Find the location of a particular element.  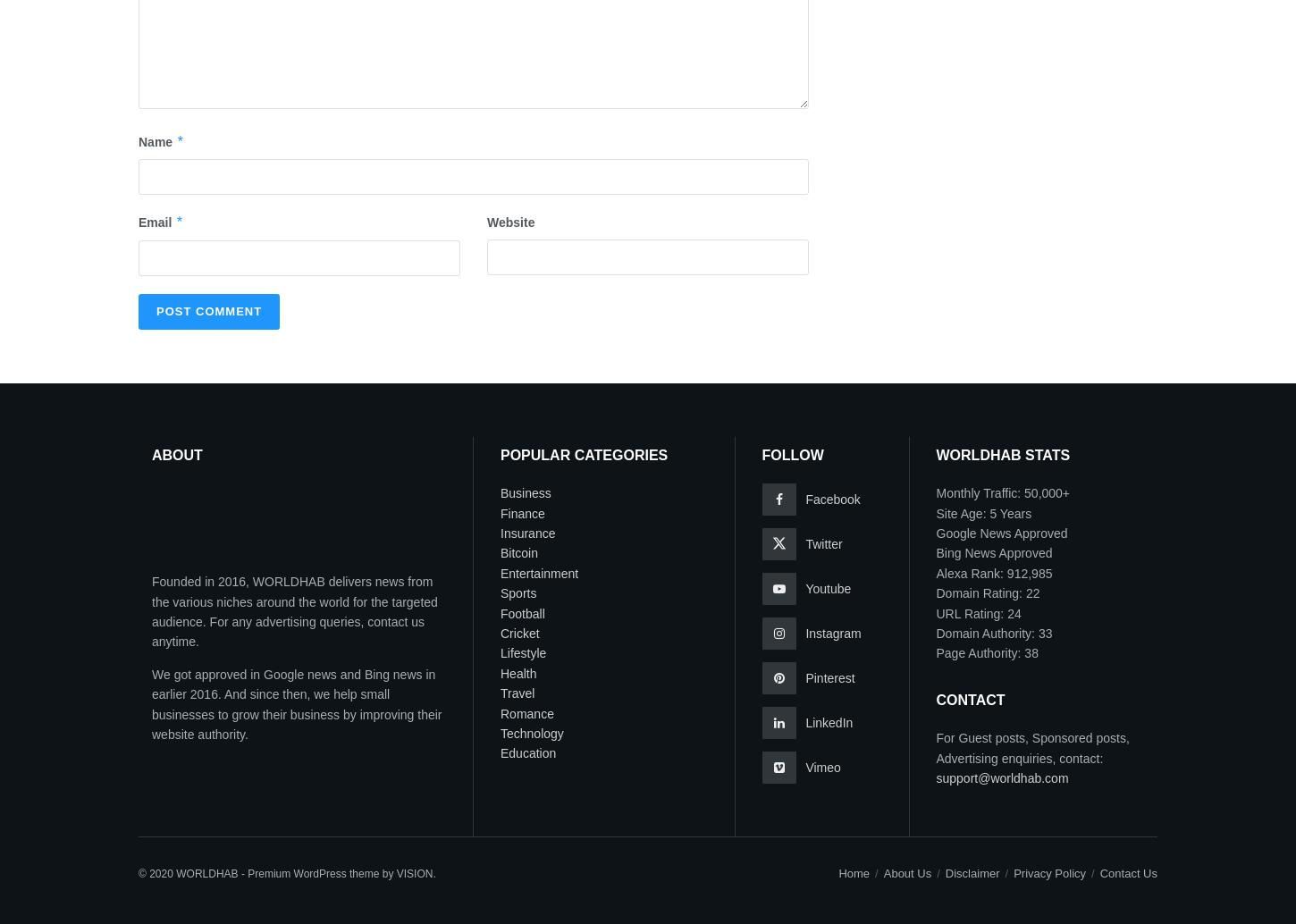

'Vimeo' is located at coordinates (821, 767).